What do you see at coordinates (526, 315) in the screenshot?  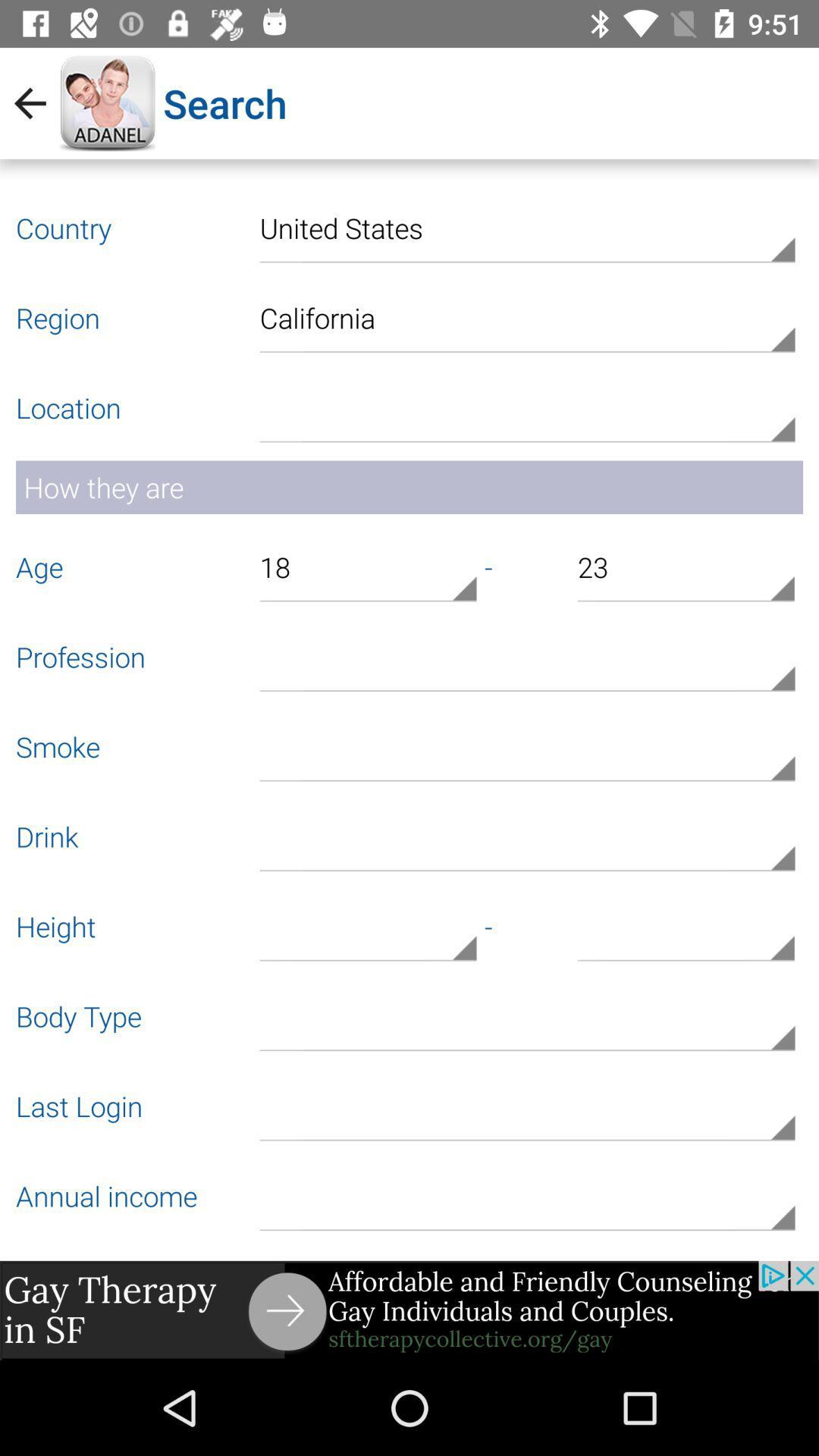 I see `the text beside the region` at bounding box center [526, 315].